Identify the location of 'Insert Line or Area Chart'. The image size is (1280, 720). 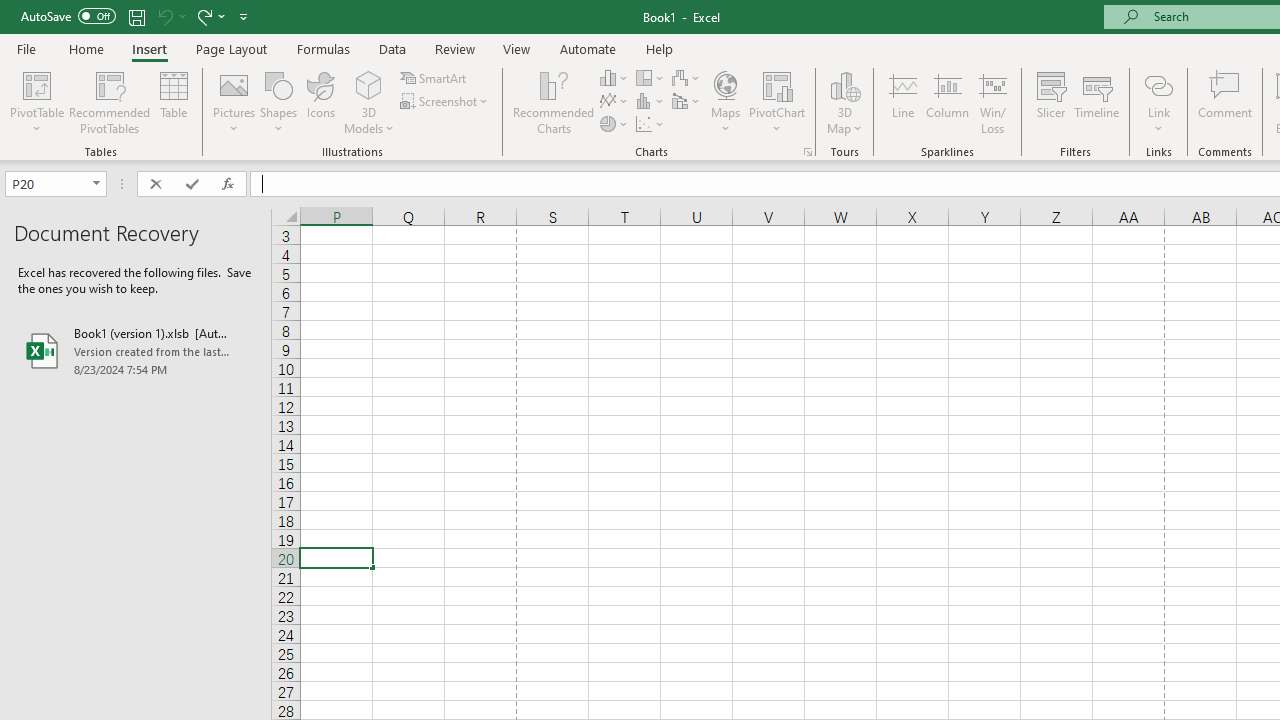
(614, 101).